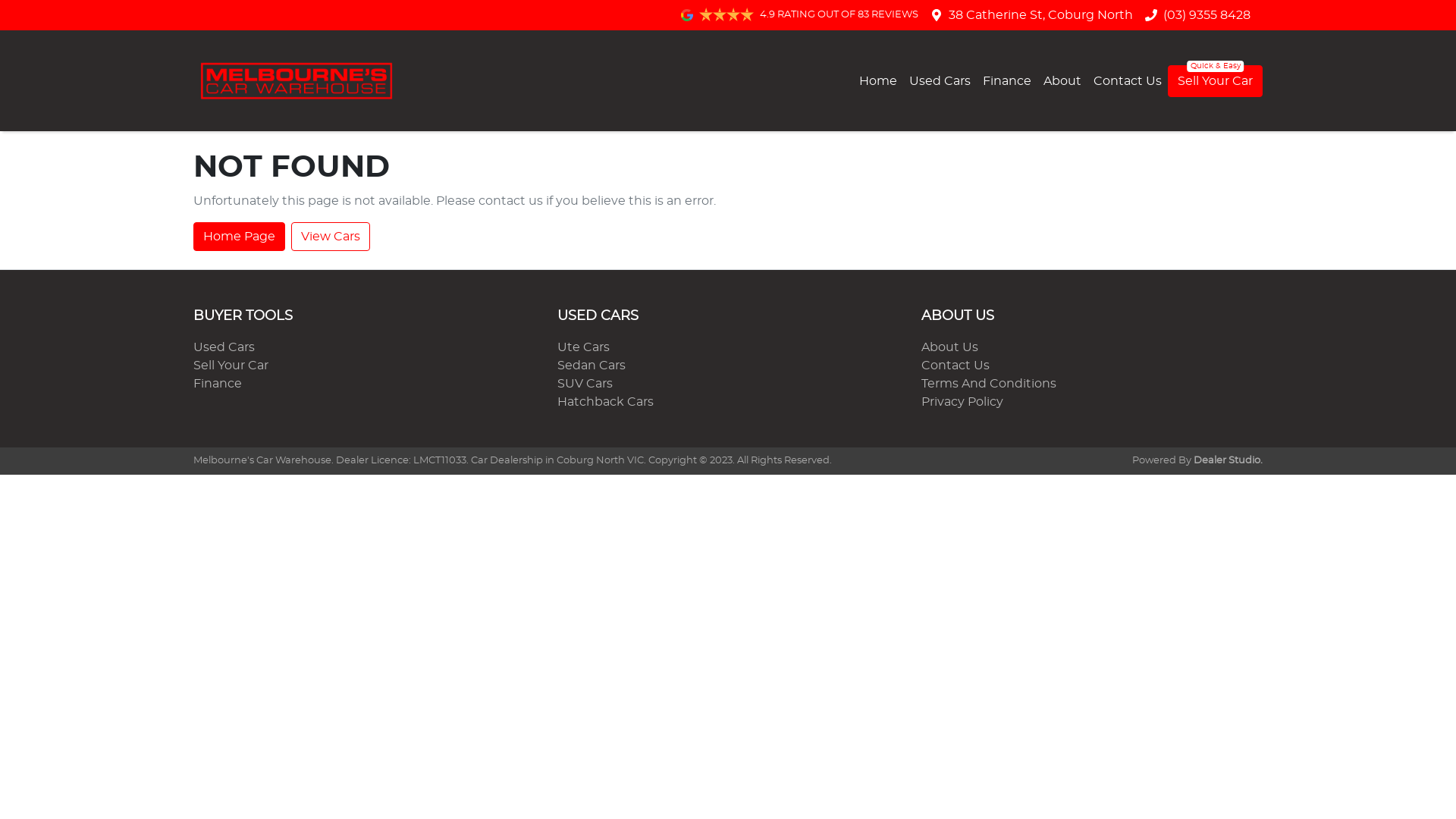  What do you see at coordinates (604, 400) in the screenshot?
I see `'Hatchback Cars'` at bounding box center [604, 400].